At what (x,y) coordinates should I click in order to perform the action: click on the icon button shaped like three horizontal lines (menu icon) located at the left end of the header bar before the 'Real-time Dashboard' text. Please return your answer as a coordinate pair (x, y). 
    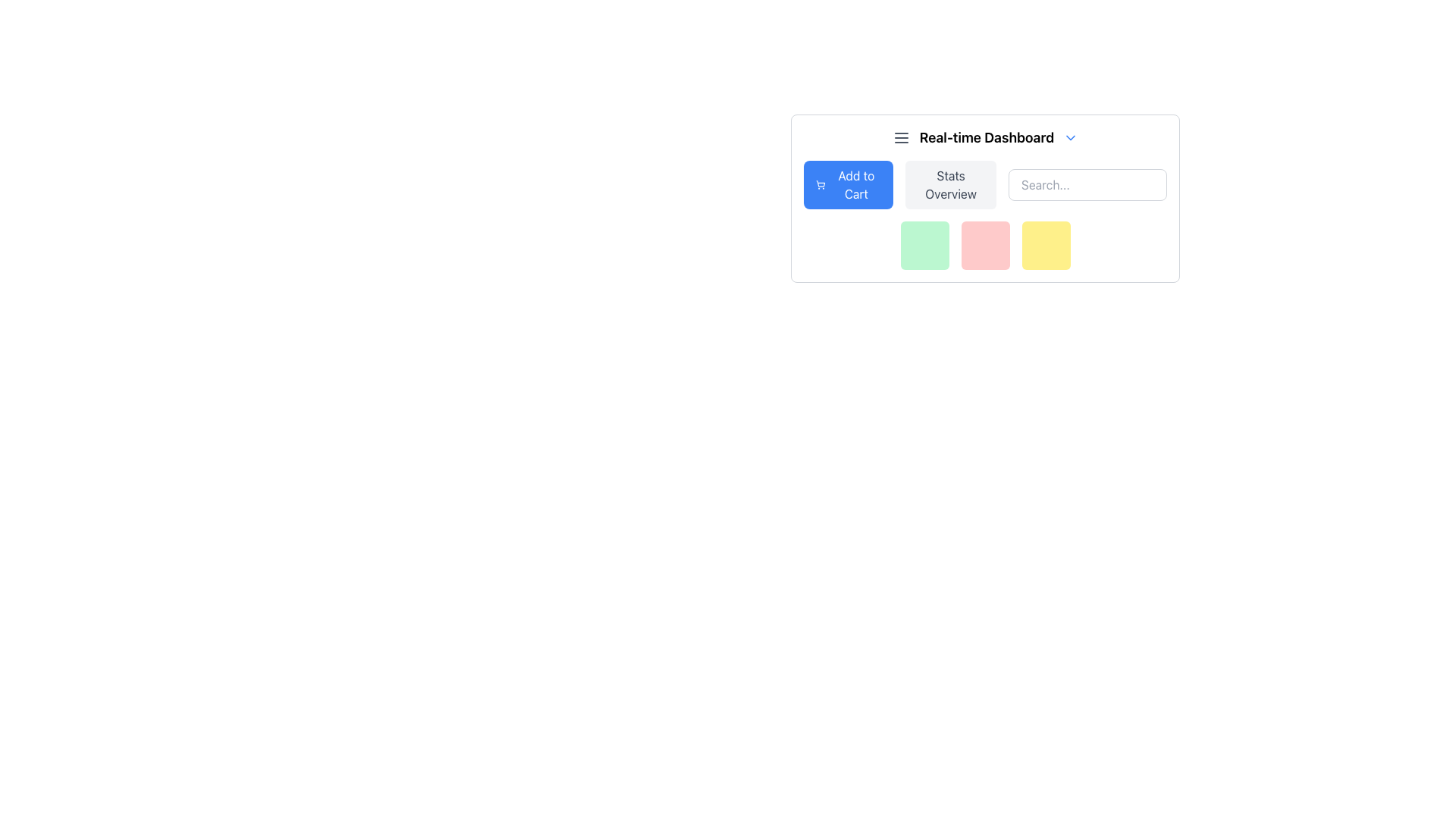
    Looking at the image, I should click on (901, 137).